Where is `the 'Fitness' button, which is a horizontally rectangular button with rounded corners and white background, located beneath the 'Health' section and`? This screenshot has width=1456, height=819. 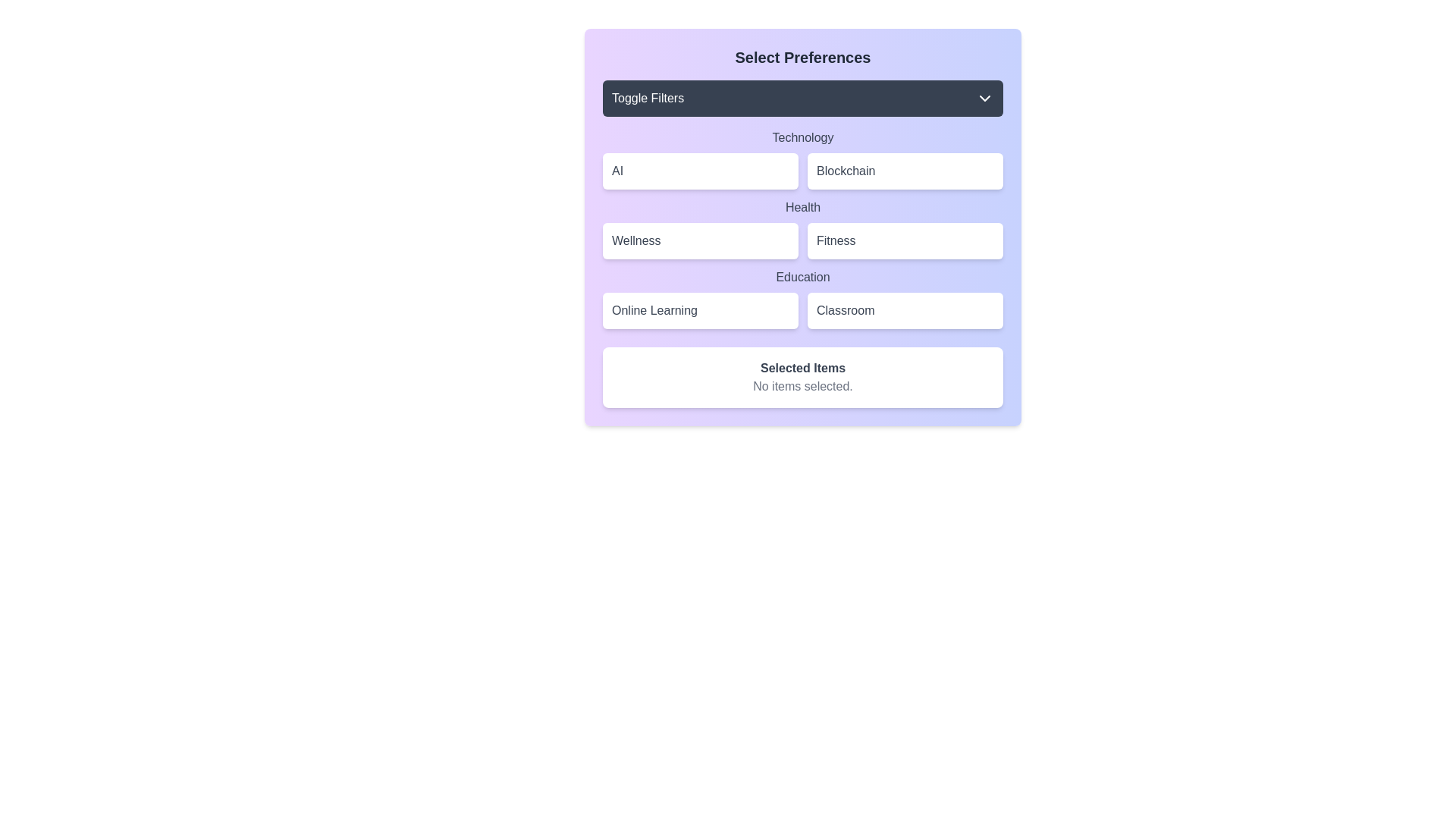 the 'Fitness' button, which is a horizontally rectangular button with rounded corners and white background, located beneath the 'Health' section and is located at coordinates (905, 240).